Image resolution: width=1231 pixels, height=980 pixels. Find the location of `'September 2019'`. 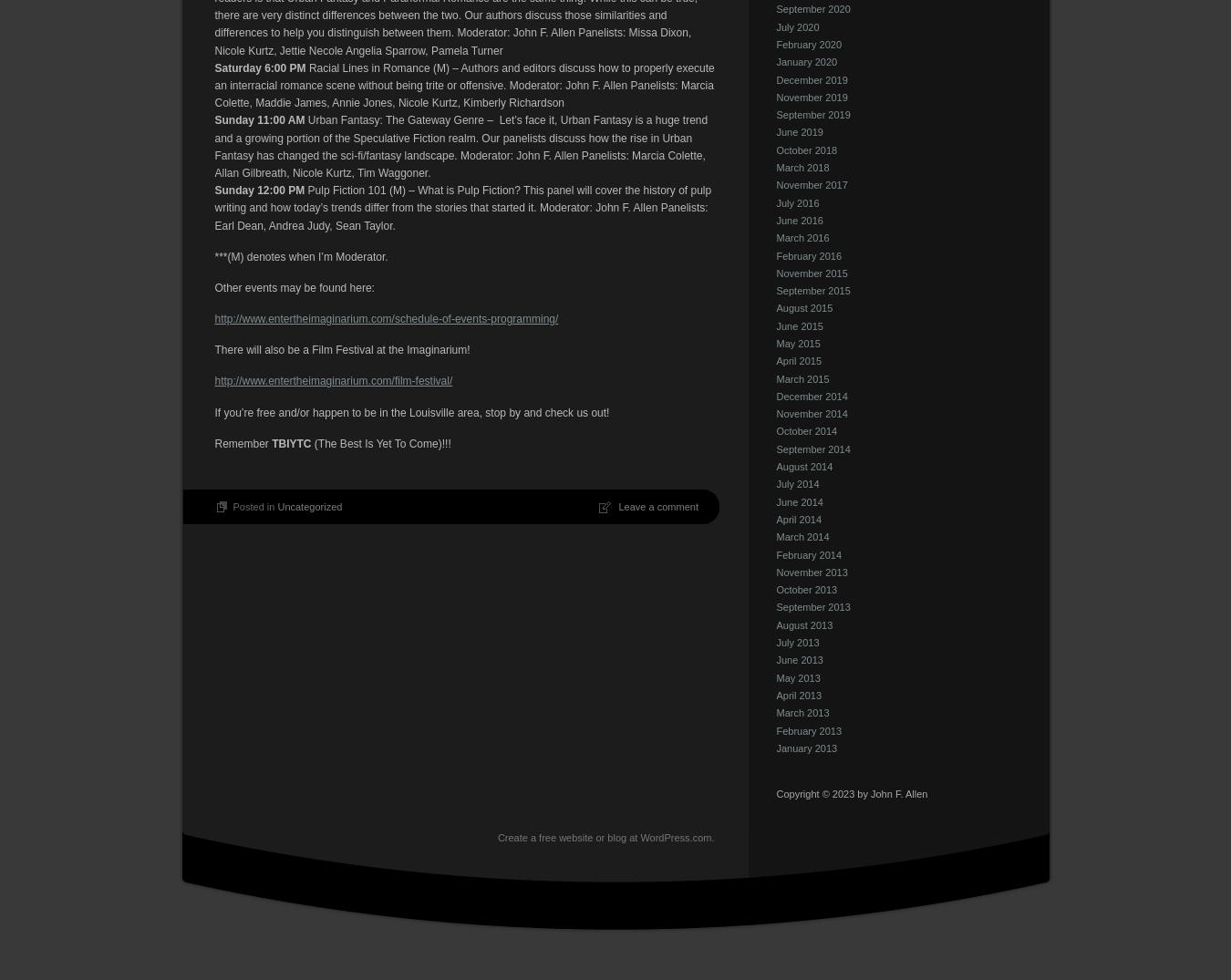

'September 2019' is located at coordinates (776, 113).